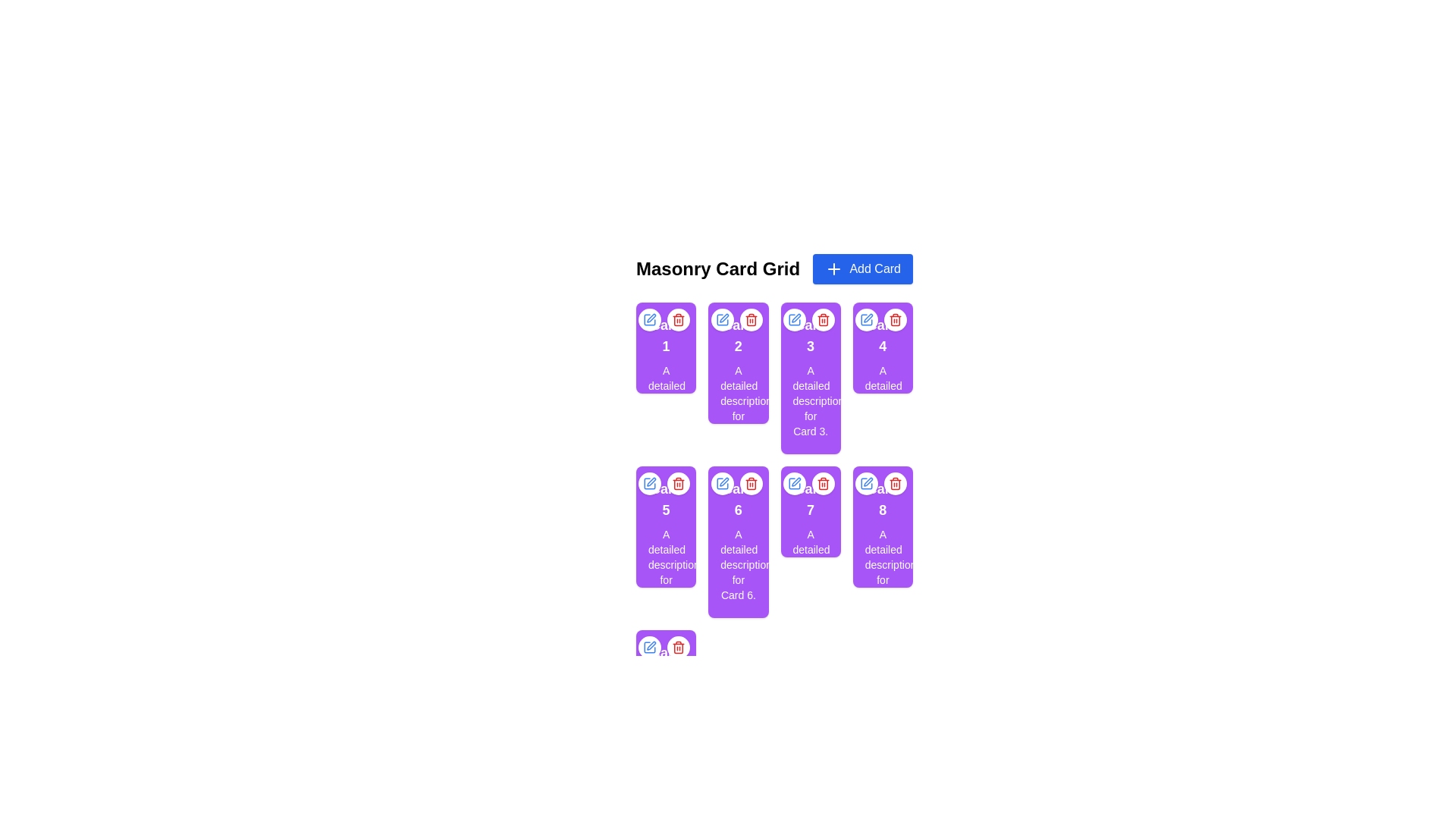 Image resolution: width=1456 pixels, height=819 pixels. I want to click on the leftmost circular edit button located in the top-right corner of the card, so click(650, 647).